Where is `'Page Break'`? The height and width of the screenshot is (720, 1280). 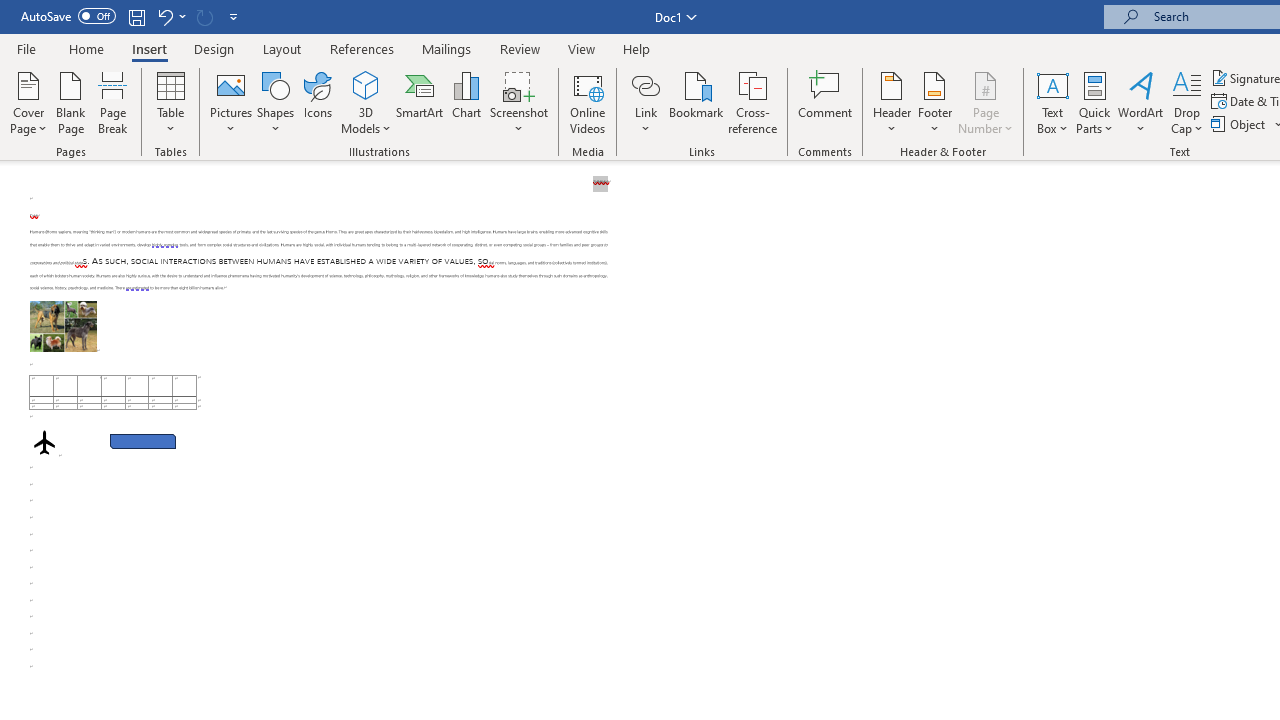
'Page Break' is located at coordinates (112, 103).